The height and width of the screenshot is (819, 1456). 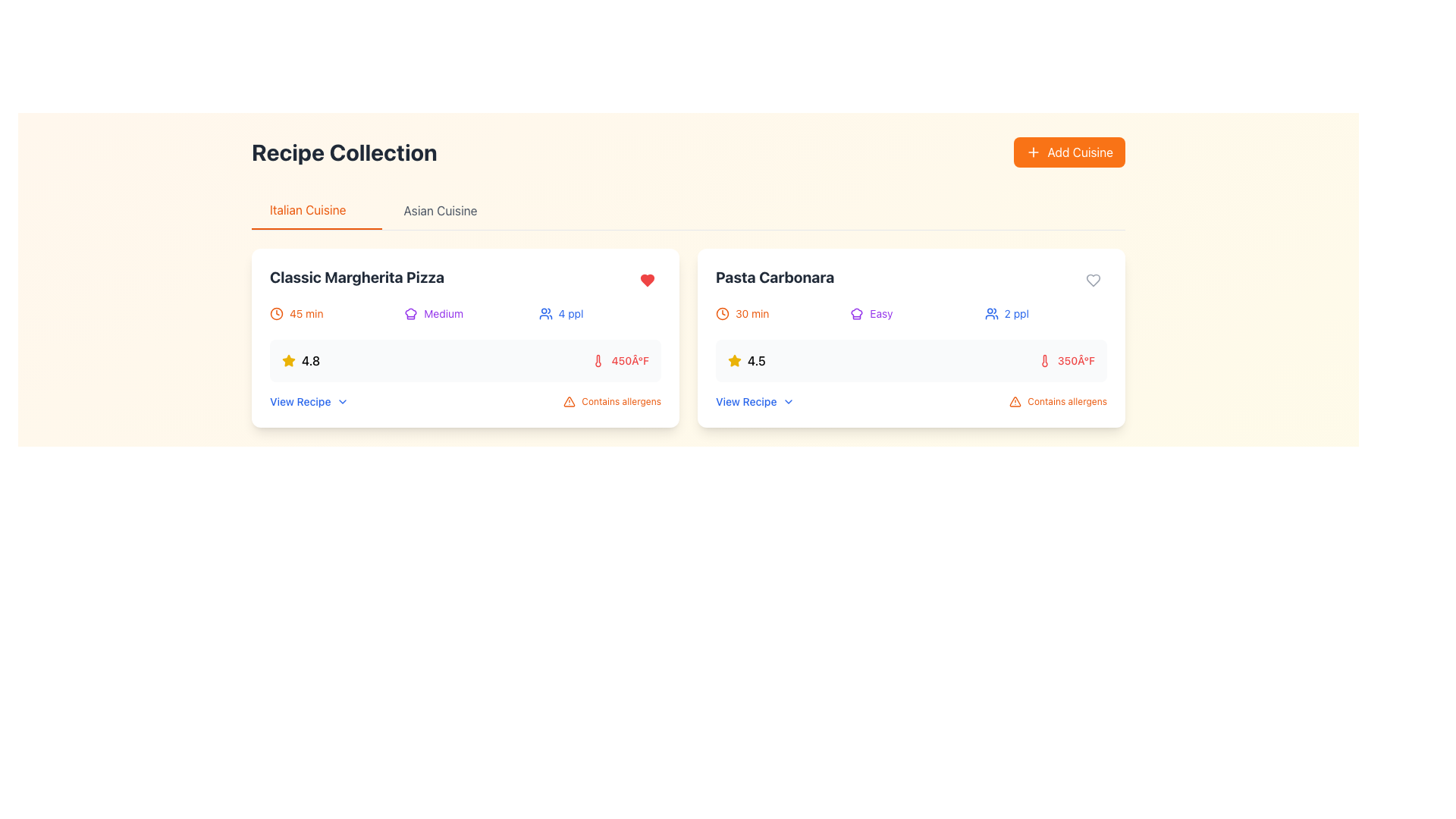 What do you see at coordinates (775, 278) in the screenshot?
I see `text content of the prominent text label displaying 'Pasta Carbonara', which is styled in bold and large font at the top-left corner of the recipe card` at bounding box center [775, 278].